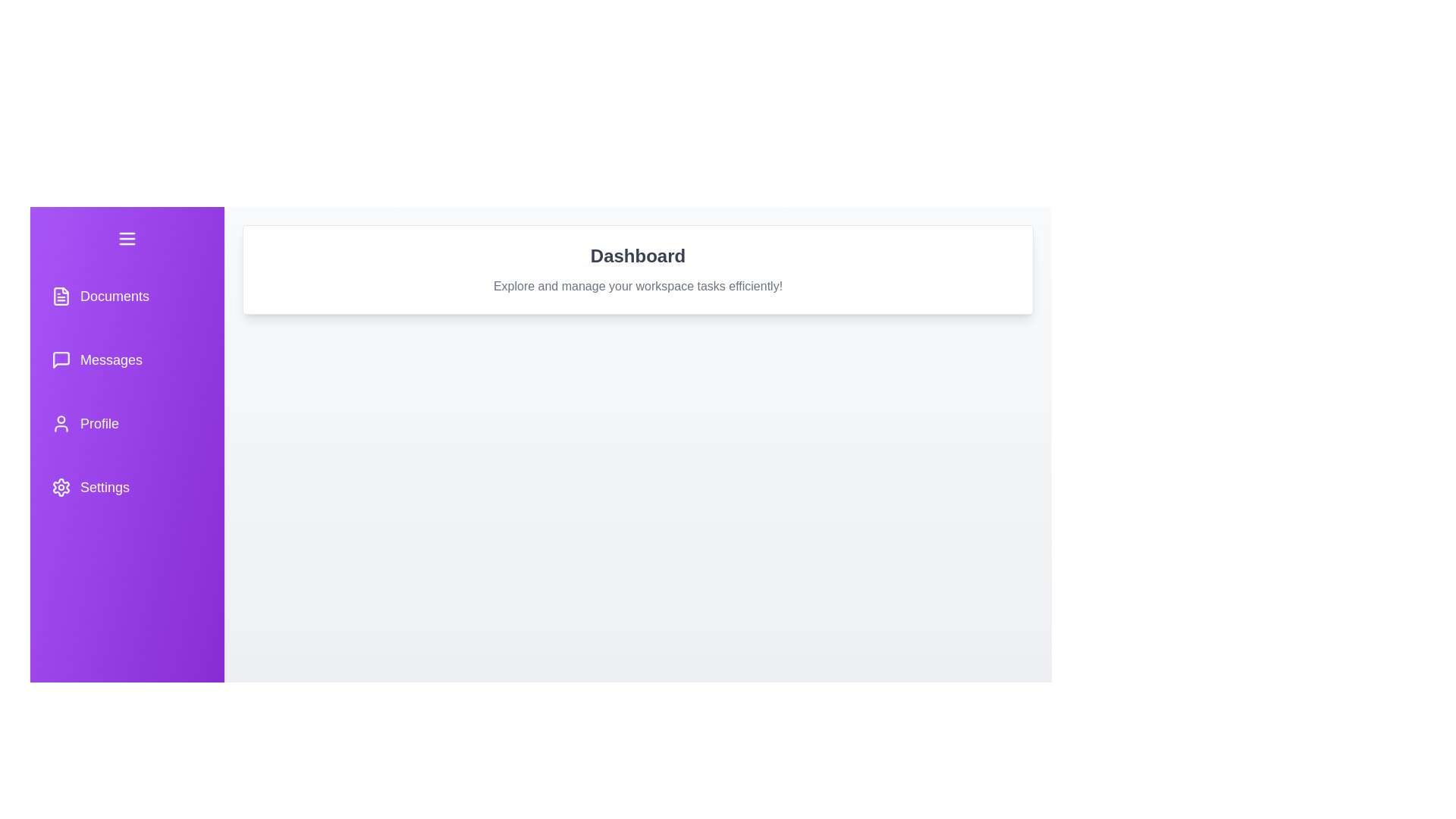  Describe the element at coordinates (127, 296) in the screenshot. I see `the navigation button for Documents` at that location.